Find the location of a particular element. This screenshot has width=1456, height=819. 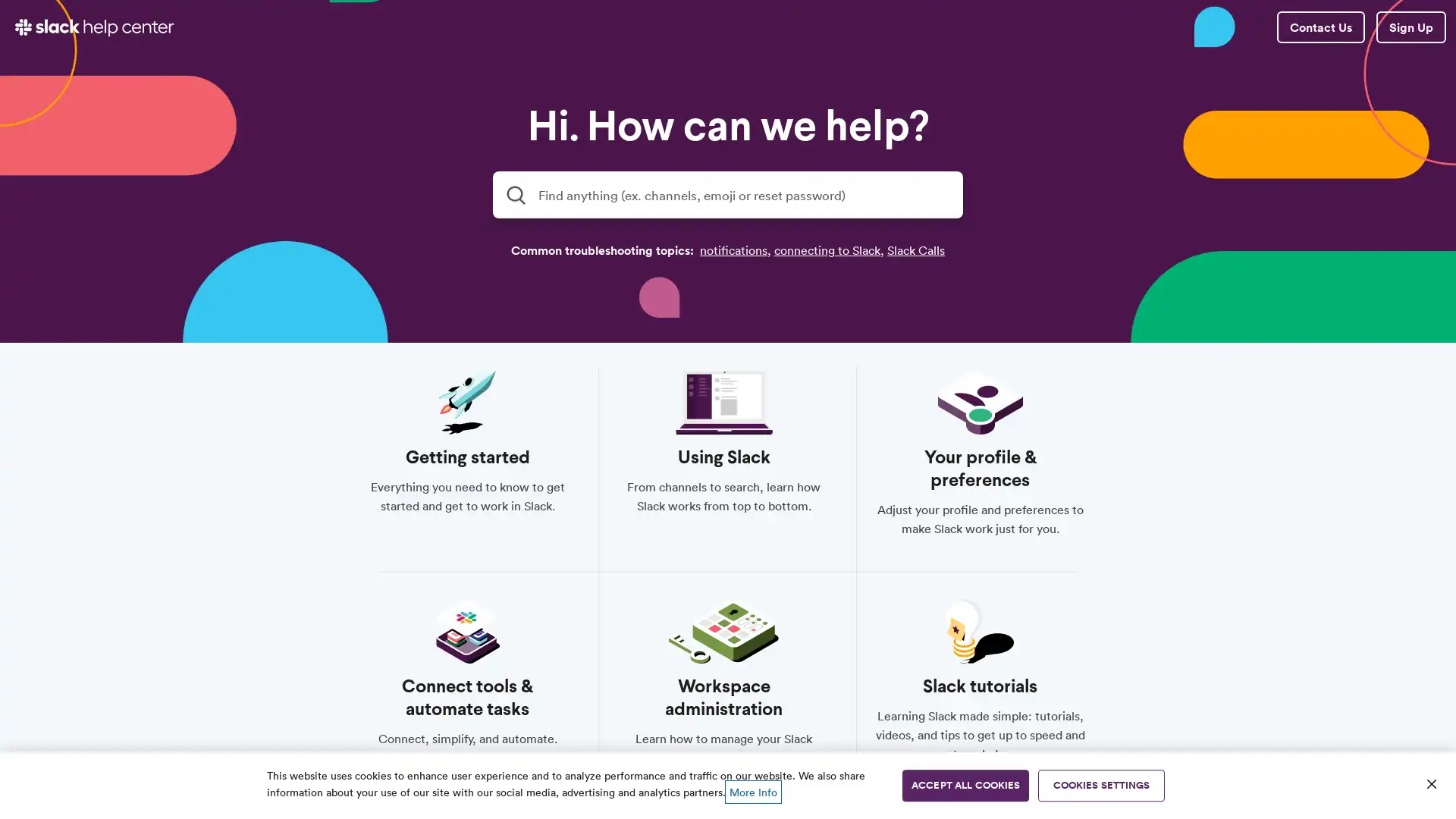

Close is located at coordinates (1430, 783).